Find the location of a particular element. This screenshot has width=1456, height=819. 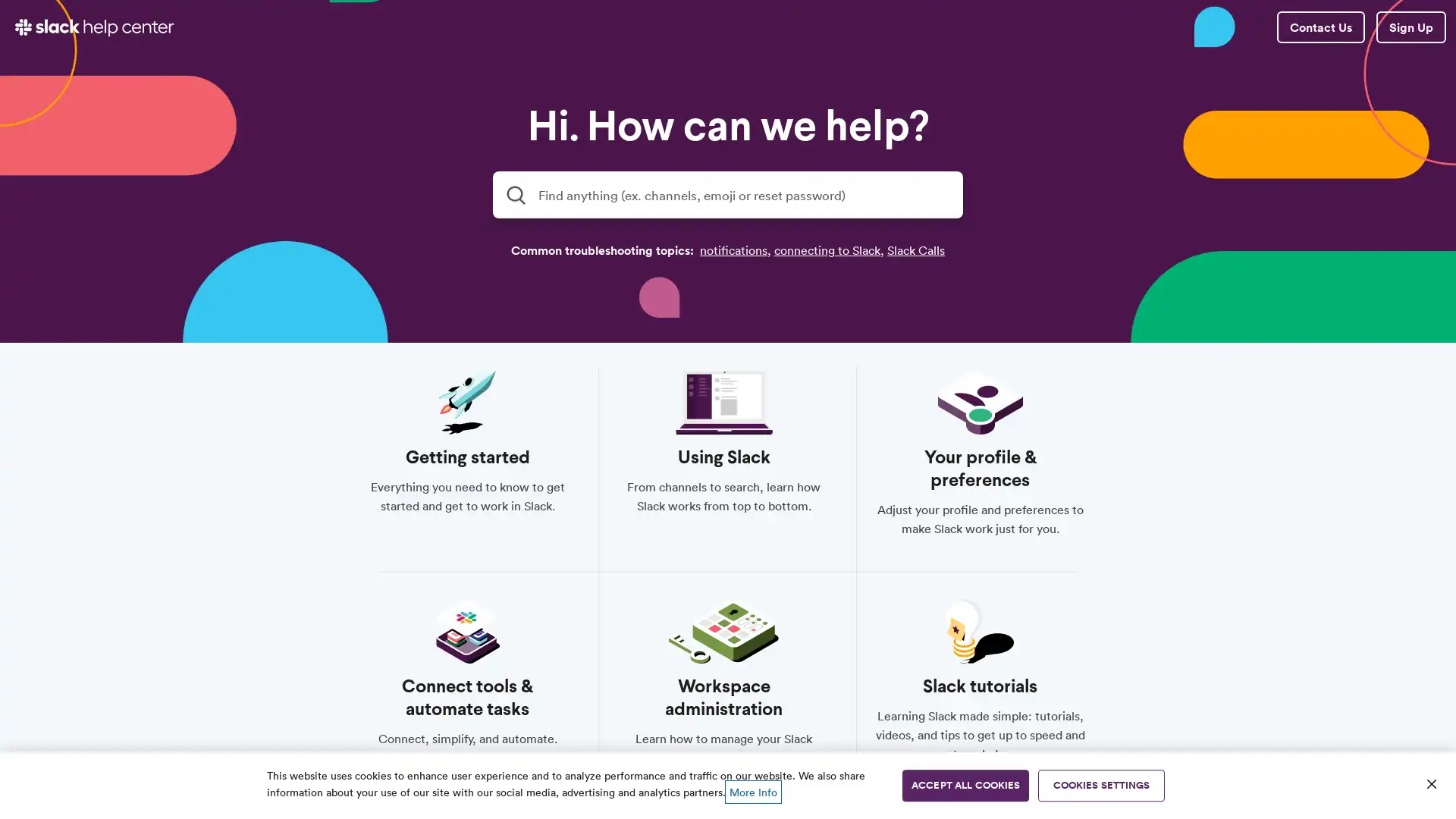

Close is located at coordinates (1430, 783).